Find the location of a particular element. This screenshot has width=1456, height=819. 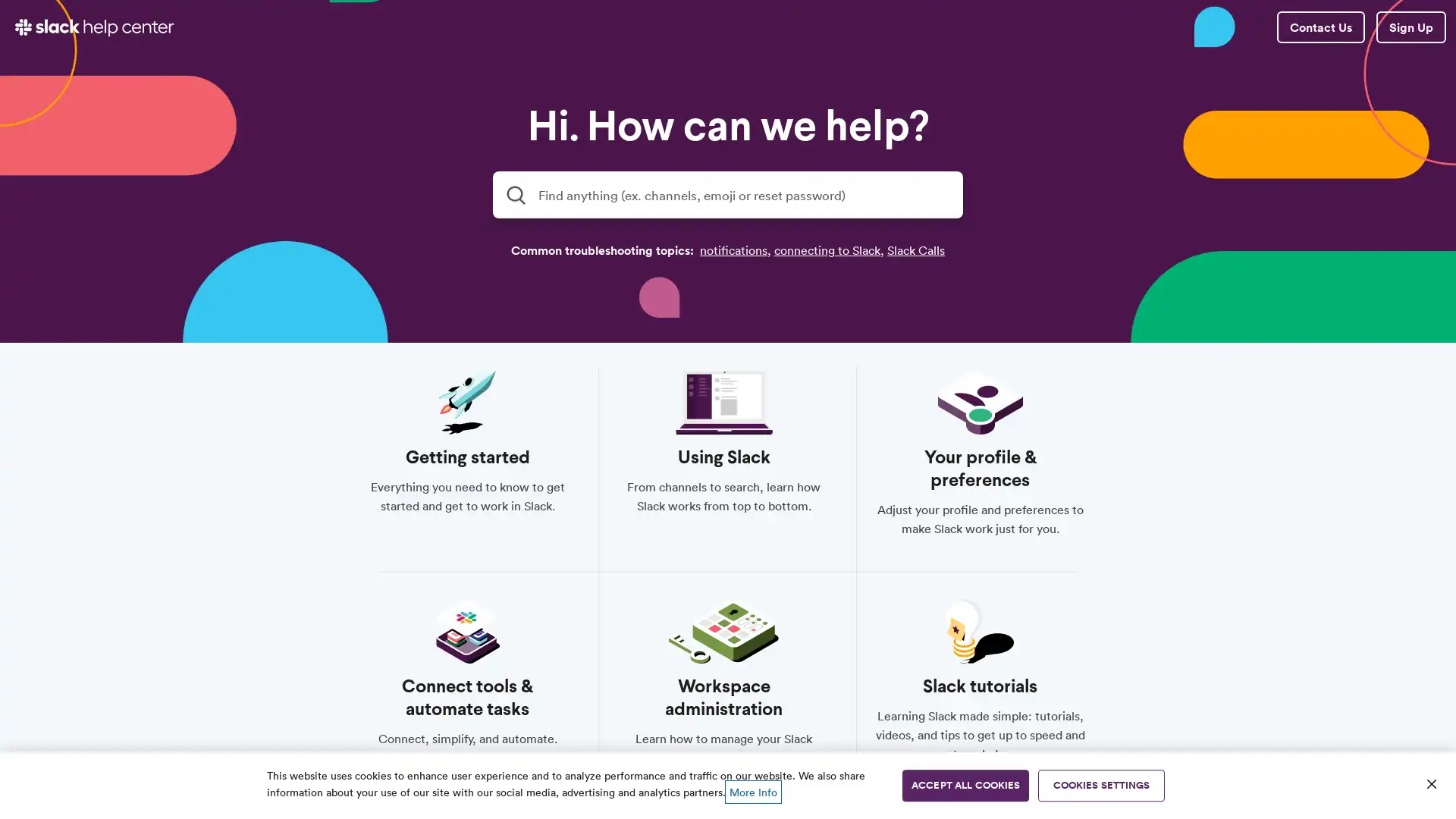

Close is located at coordinates (1430, 783).